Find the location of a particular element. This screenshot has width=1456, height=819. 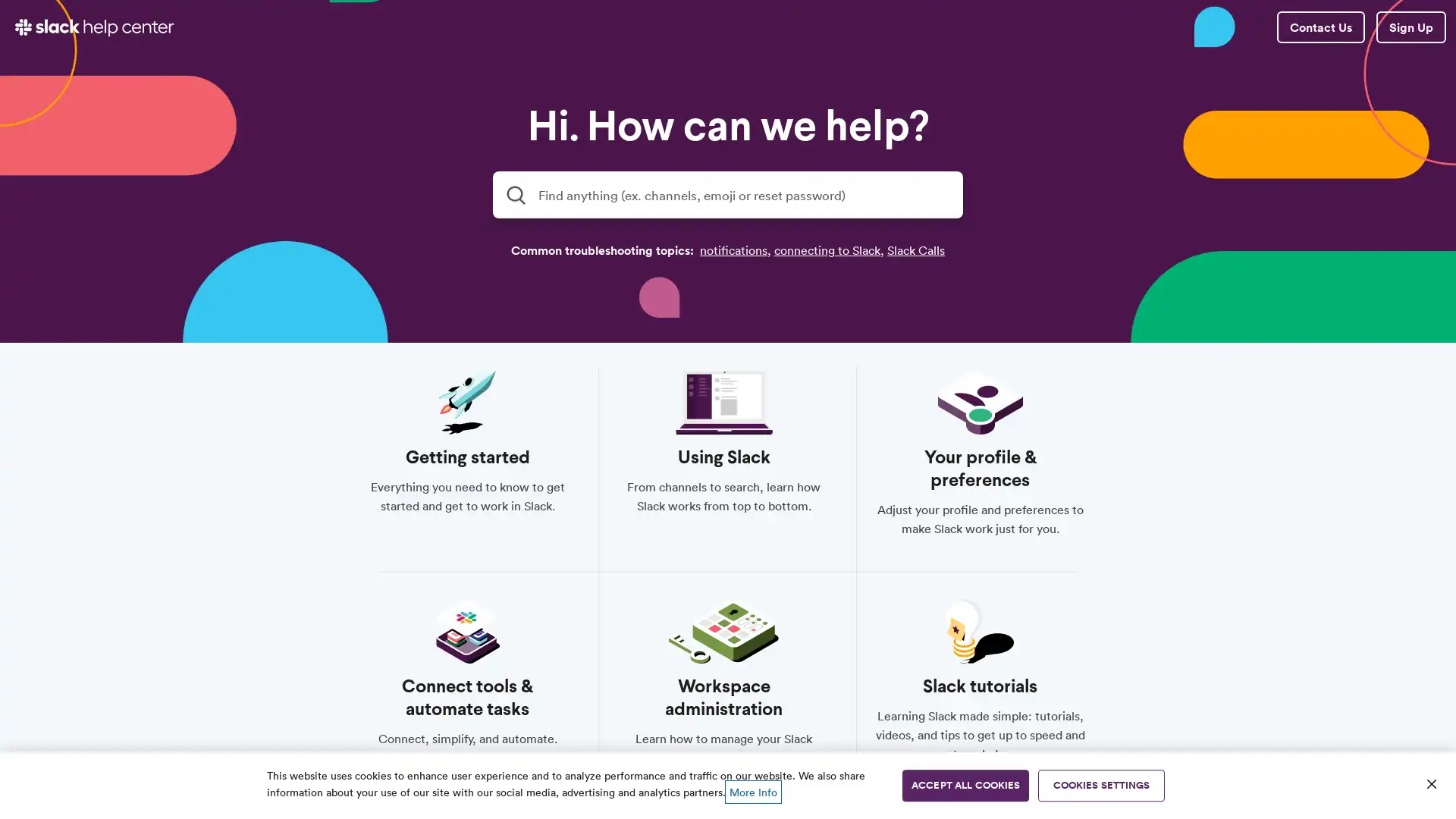

Close is located at coordinates (1430, 783).